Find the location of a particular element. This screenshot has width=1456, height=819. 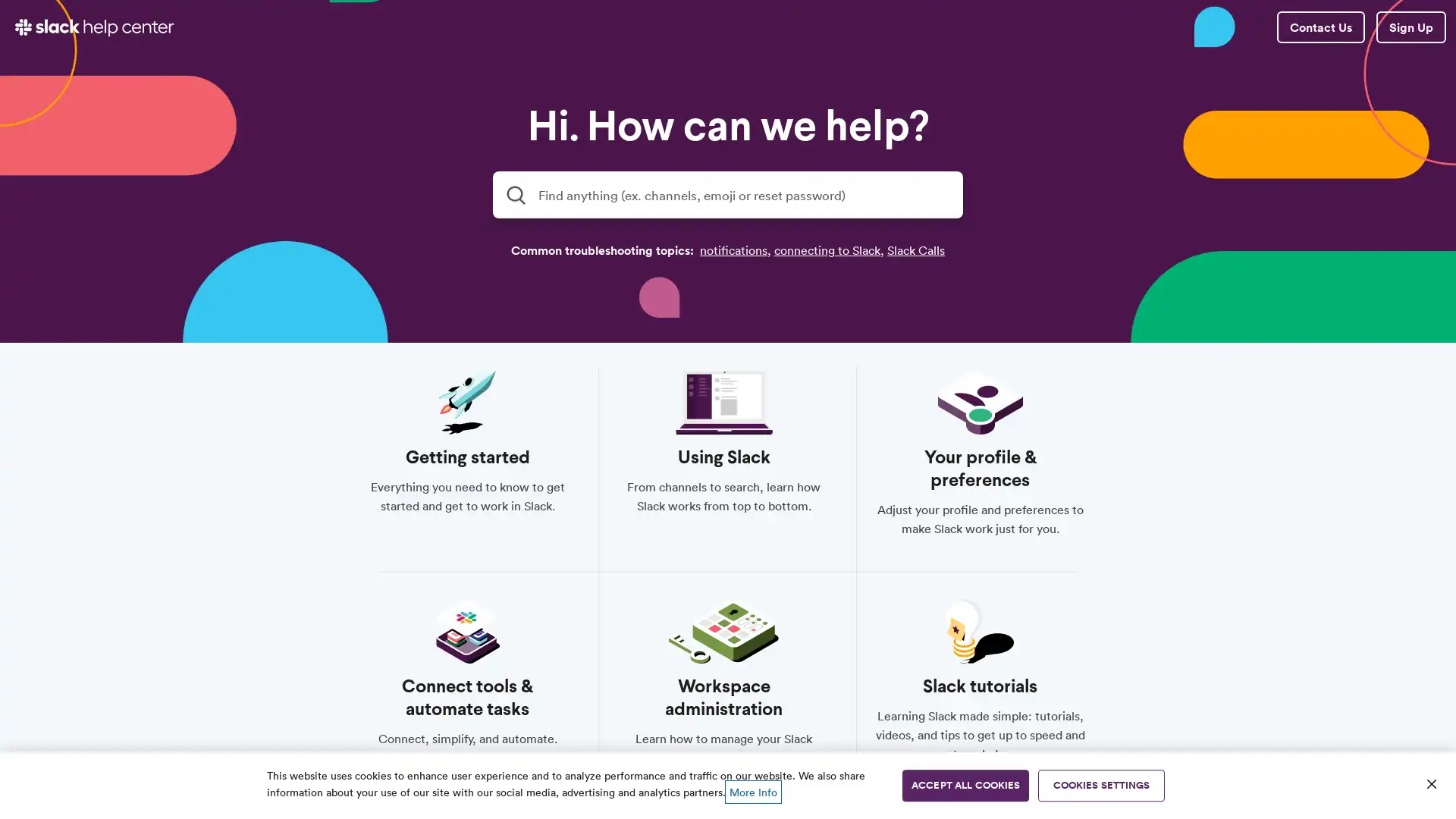

Close is located at coordinates (1430, 783).